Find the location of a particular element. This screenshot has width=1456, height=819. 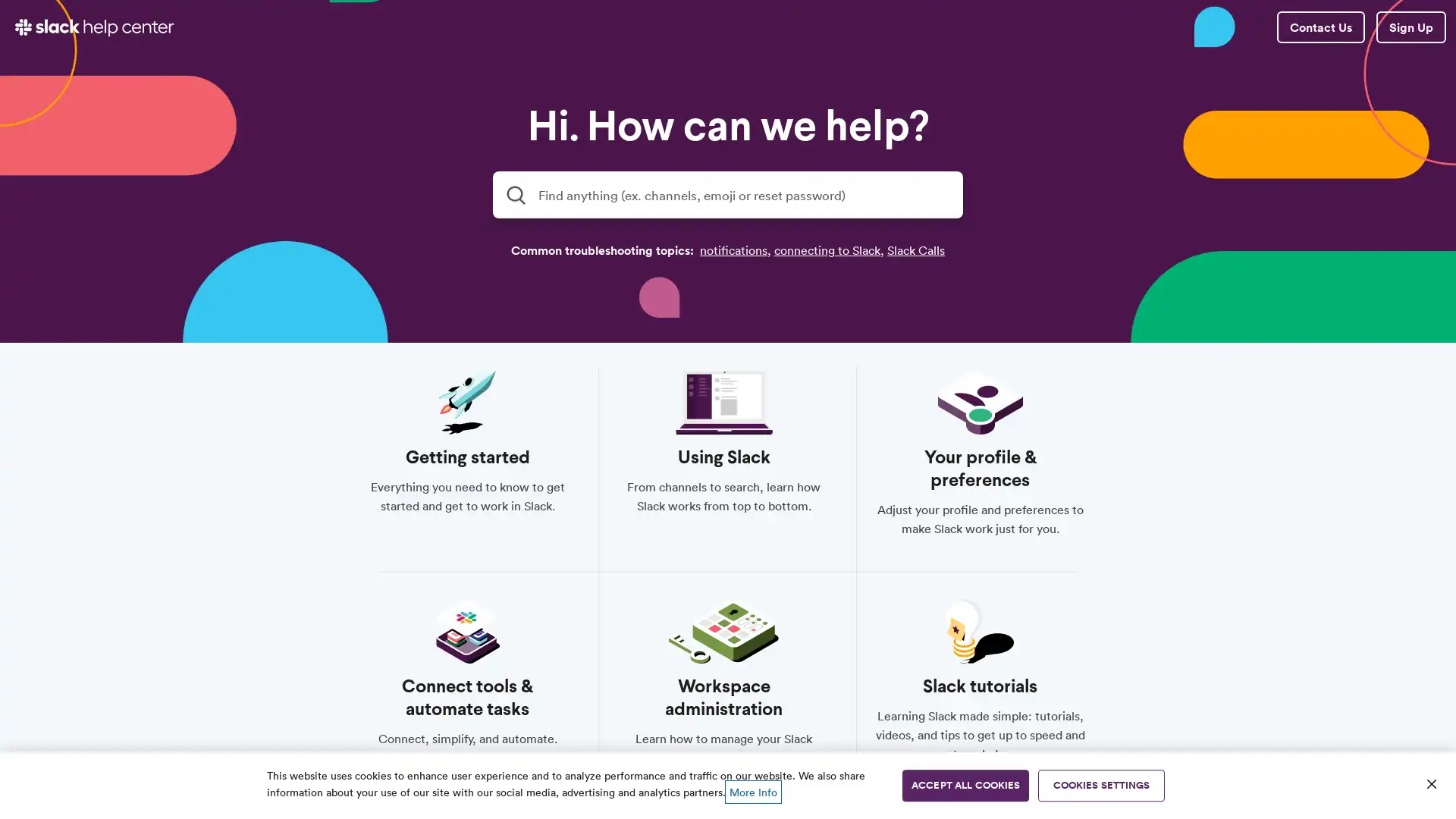

Close is located at coordinates (1430, 783).